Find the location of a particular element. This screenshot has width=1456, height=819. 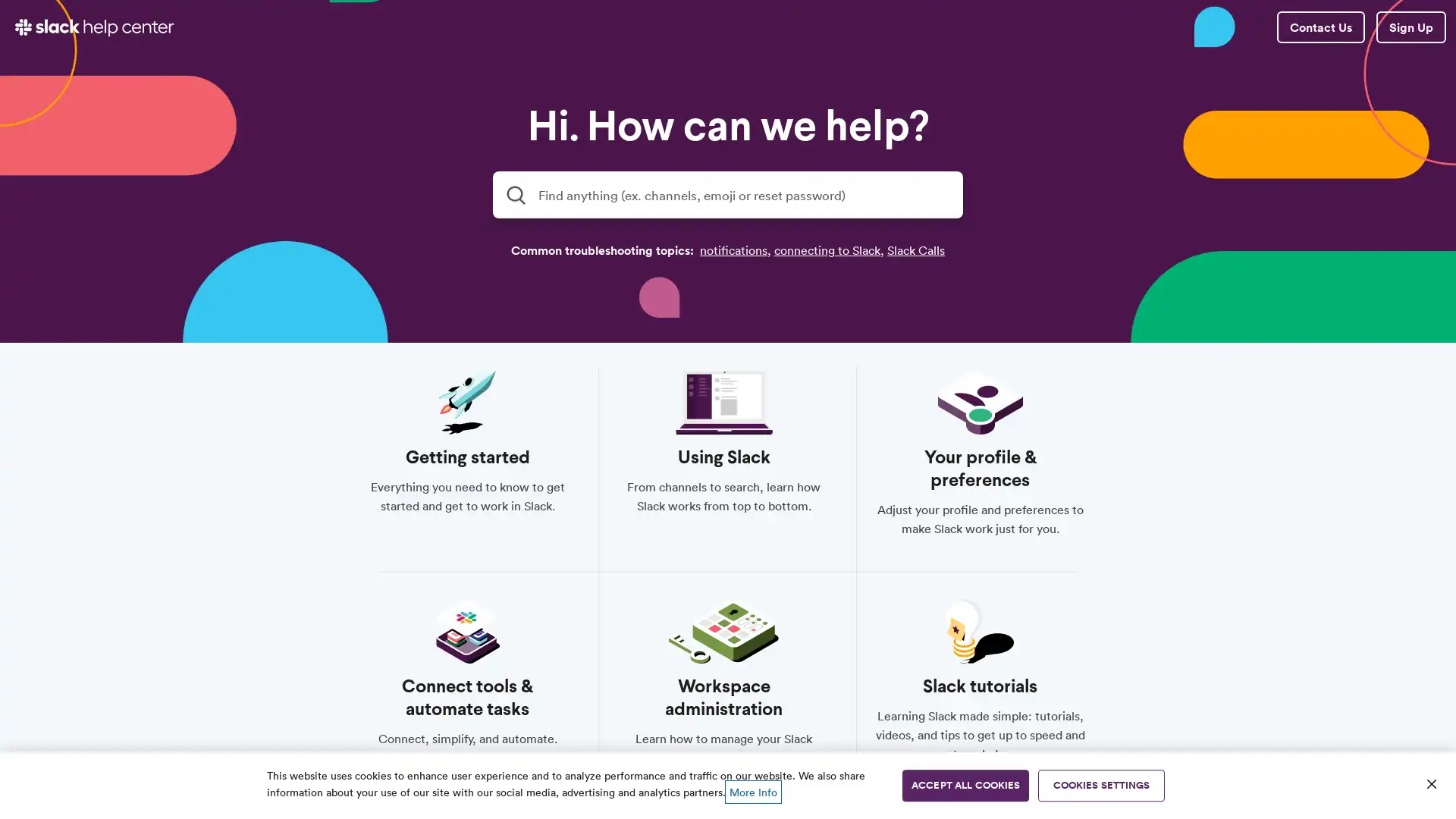

Close is located at coordinates (1430, 783).